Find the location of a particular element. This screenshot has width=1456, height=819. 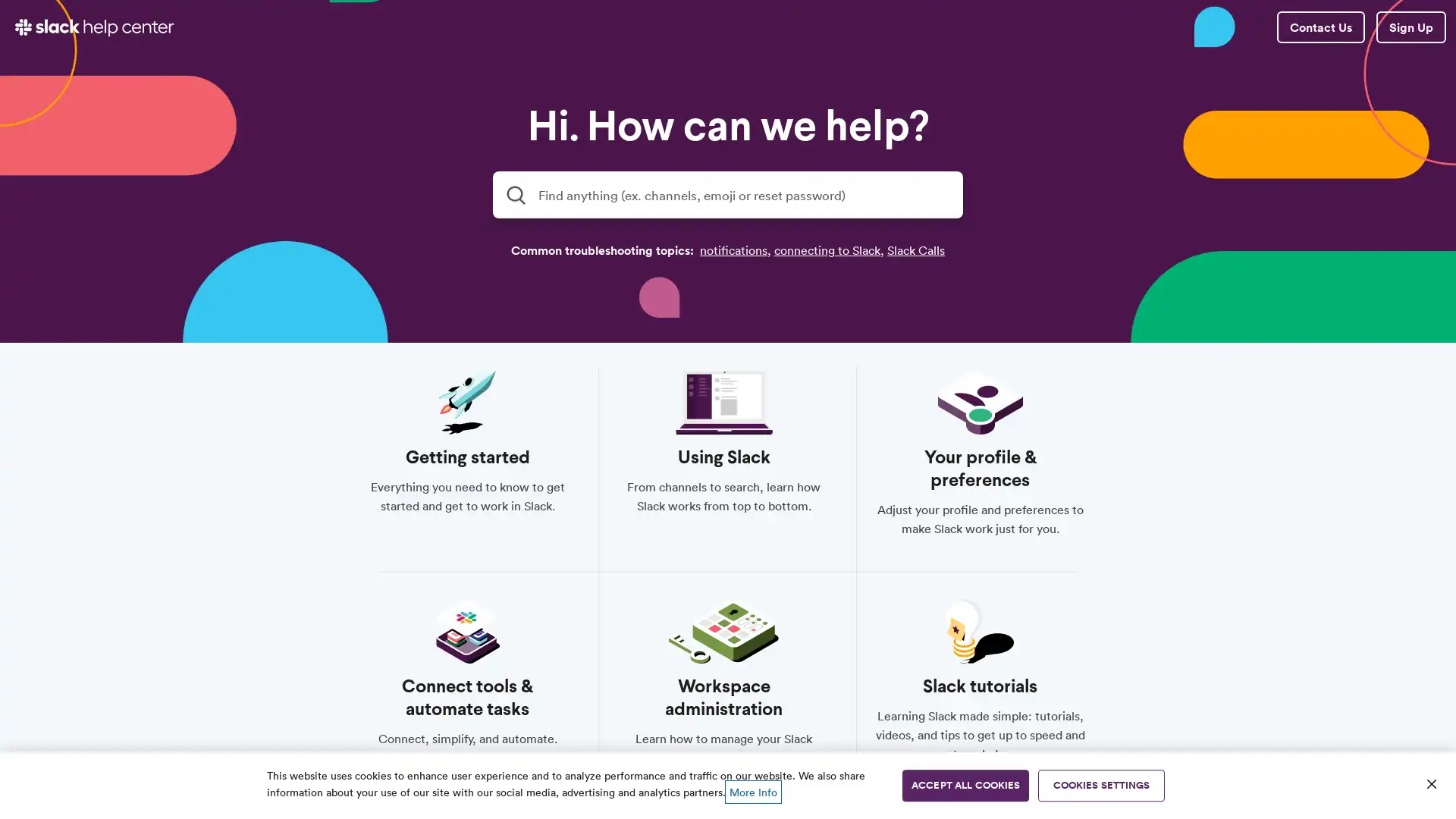

Close is located at coordinates (1430, 783).